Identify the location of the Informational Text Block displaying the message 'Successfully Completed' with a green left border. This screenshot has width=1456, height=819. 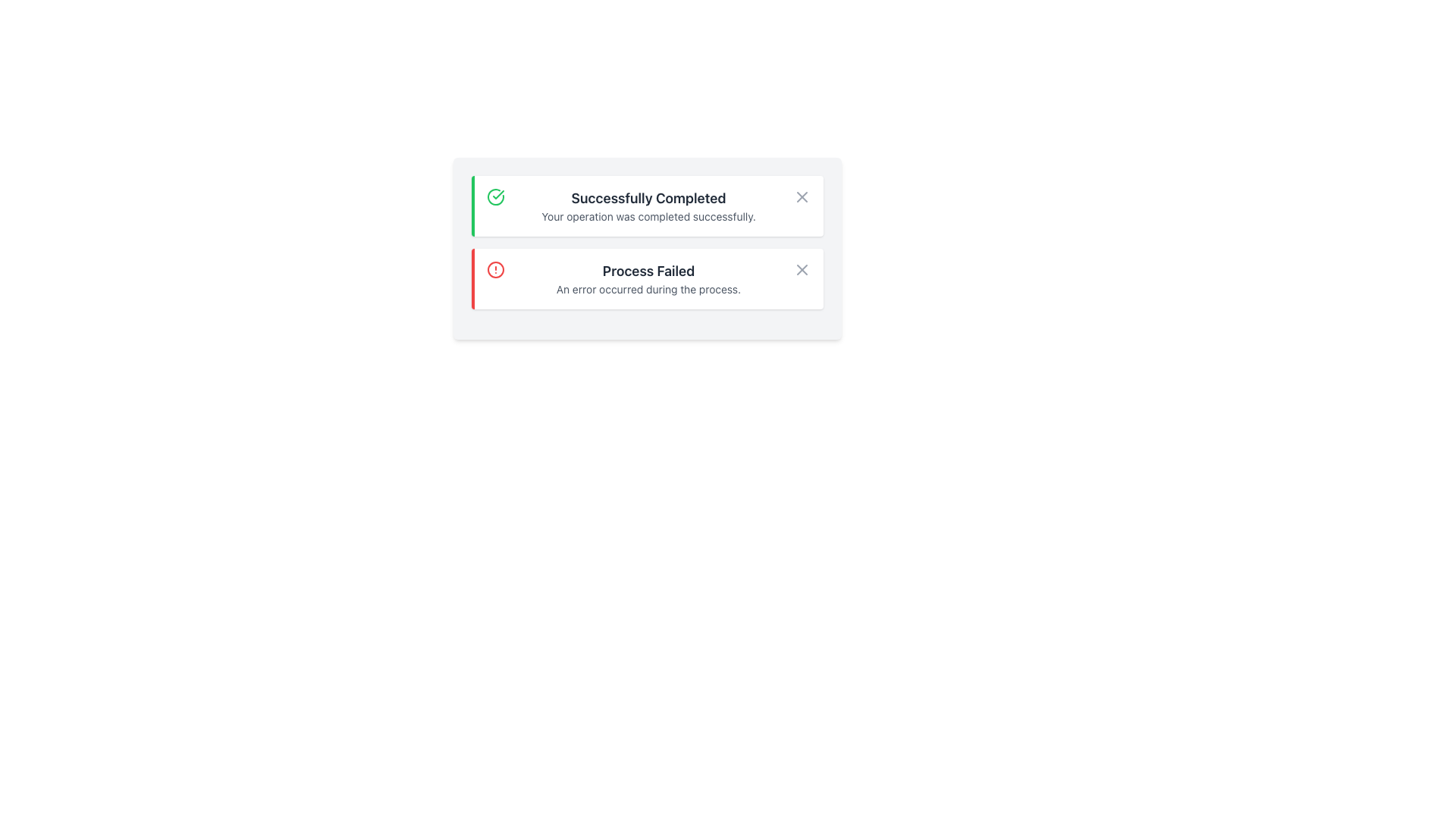
(648, 206).